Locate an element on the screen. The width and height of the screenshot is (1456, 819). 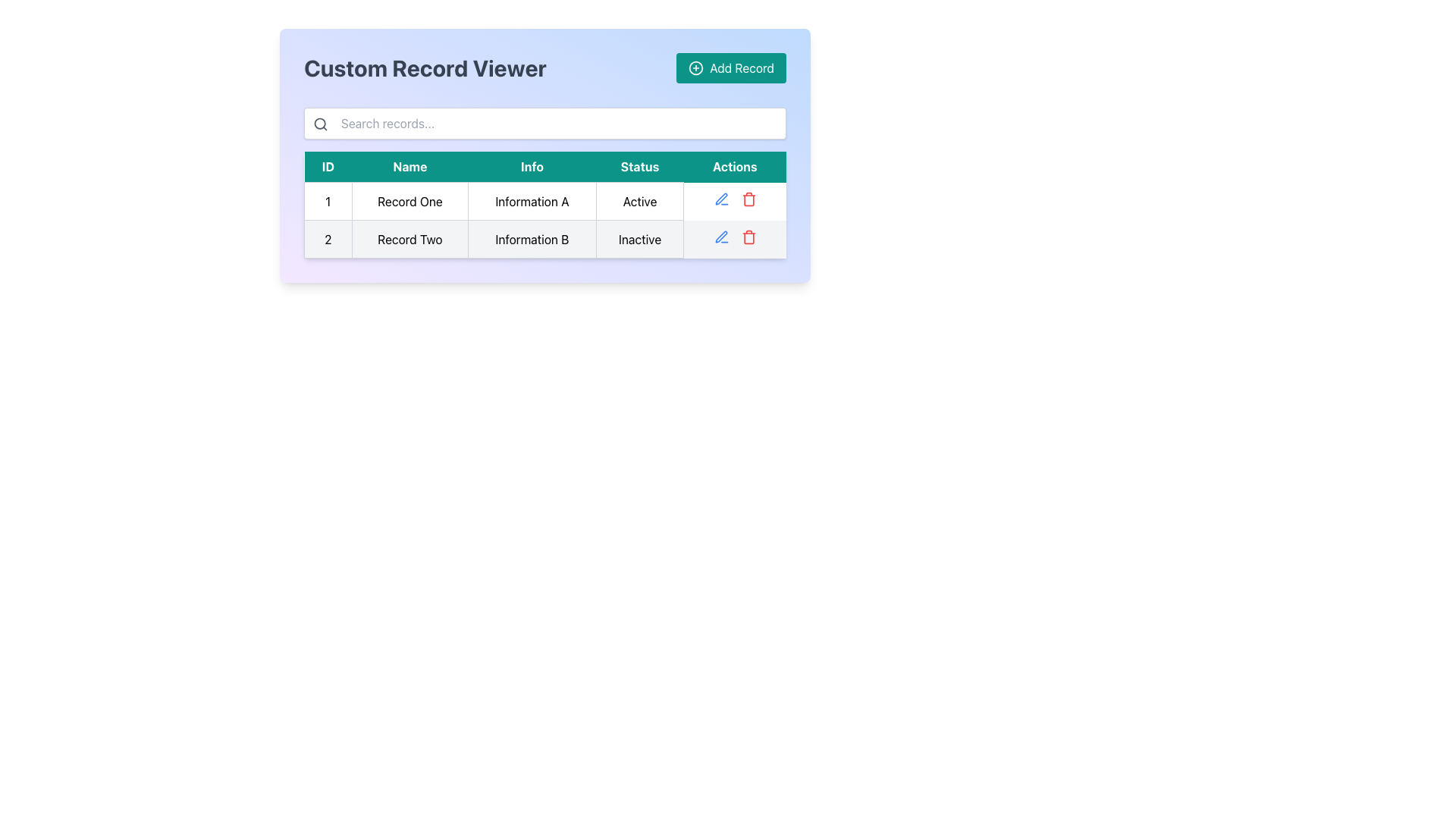
text from the 'Status' Text Label in the first row of the table, which indicates whether the record is 'Active' is located at coordinates (640, 200).